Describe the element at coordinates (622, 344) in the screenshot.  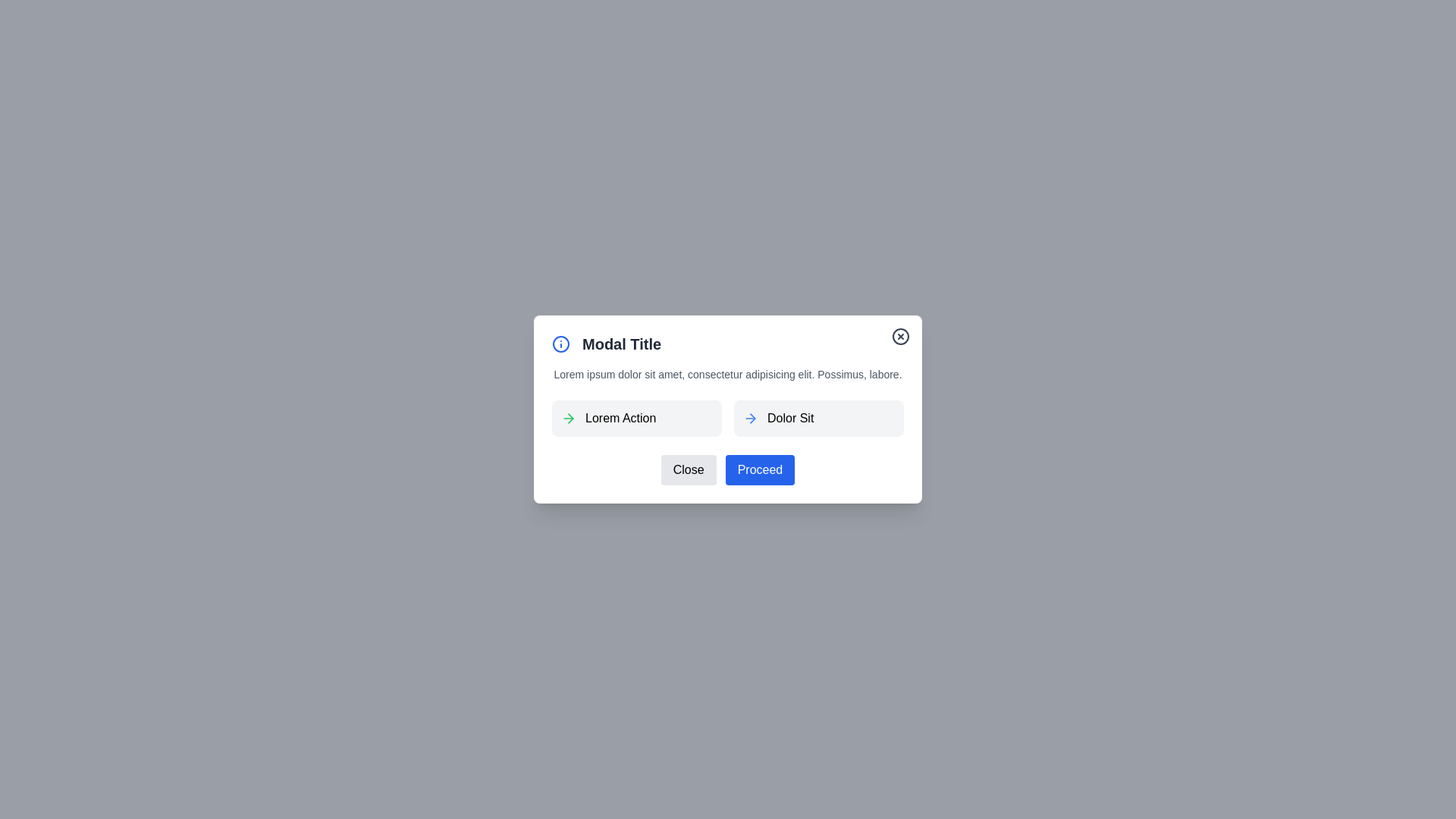
I see `text label located in the header section of the modal dialog, which serves as the title or heading, positioned to the right of an info icon` at that location.